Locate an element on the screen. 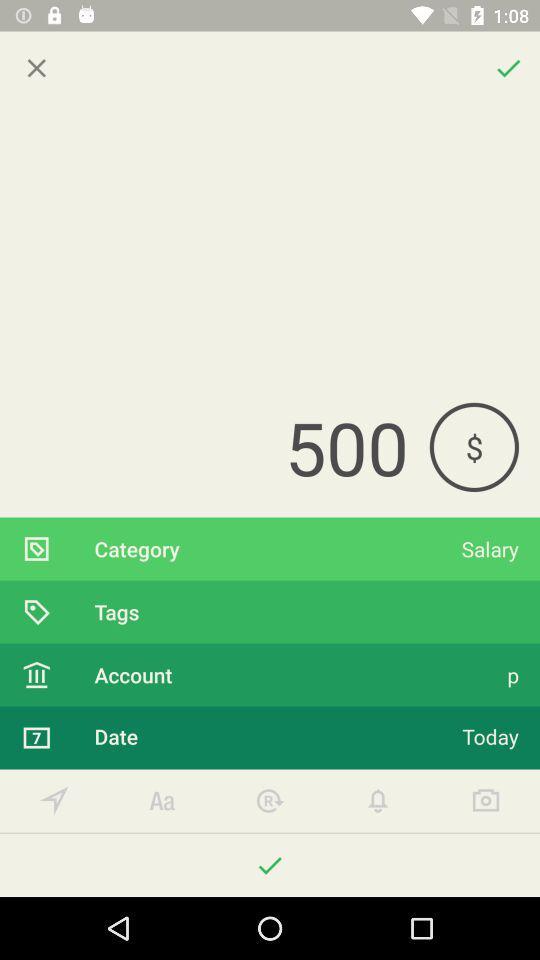 This screenshot has width=540, height=960. refresh content is located at coordinates (270, 801).